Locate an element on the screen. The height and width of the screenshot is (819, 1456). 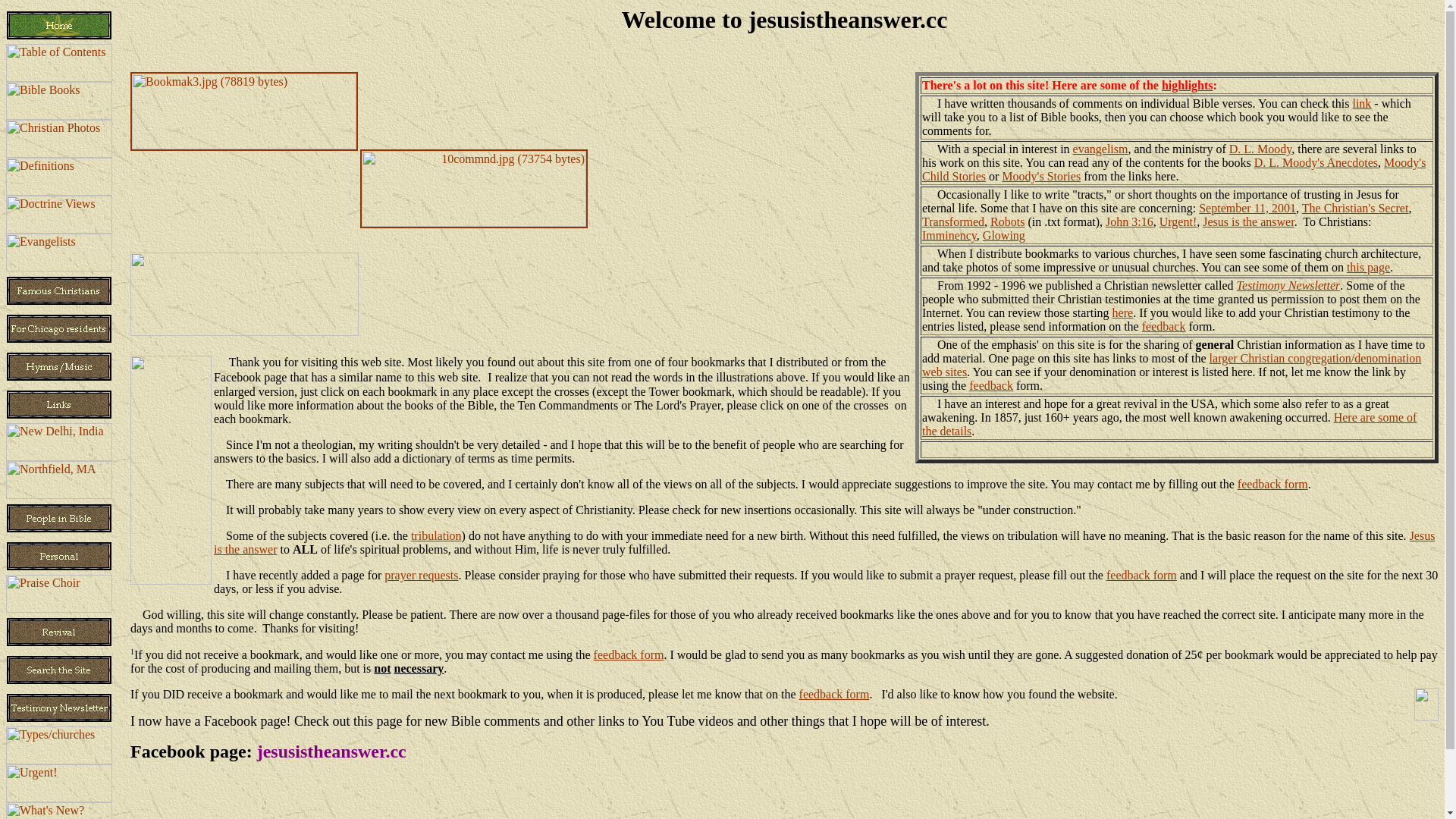
'link' is located at coordinates (1351, 102).